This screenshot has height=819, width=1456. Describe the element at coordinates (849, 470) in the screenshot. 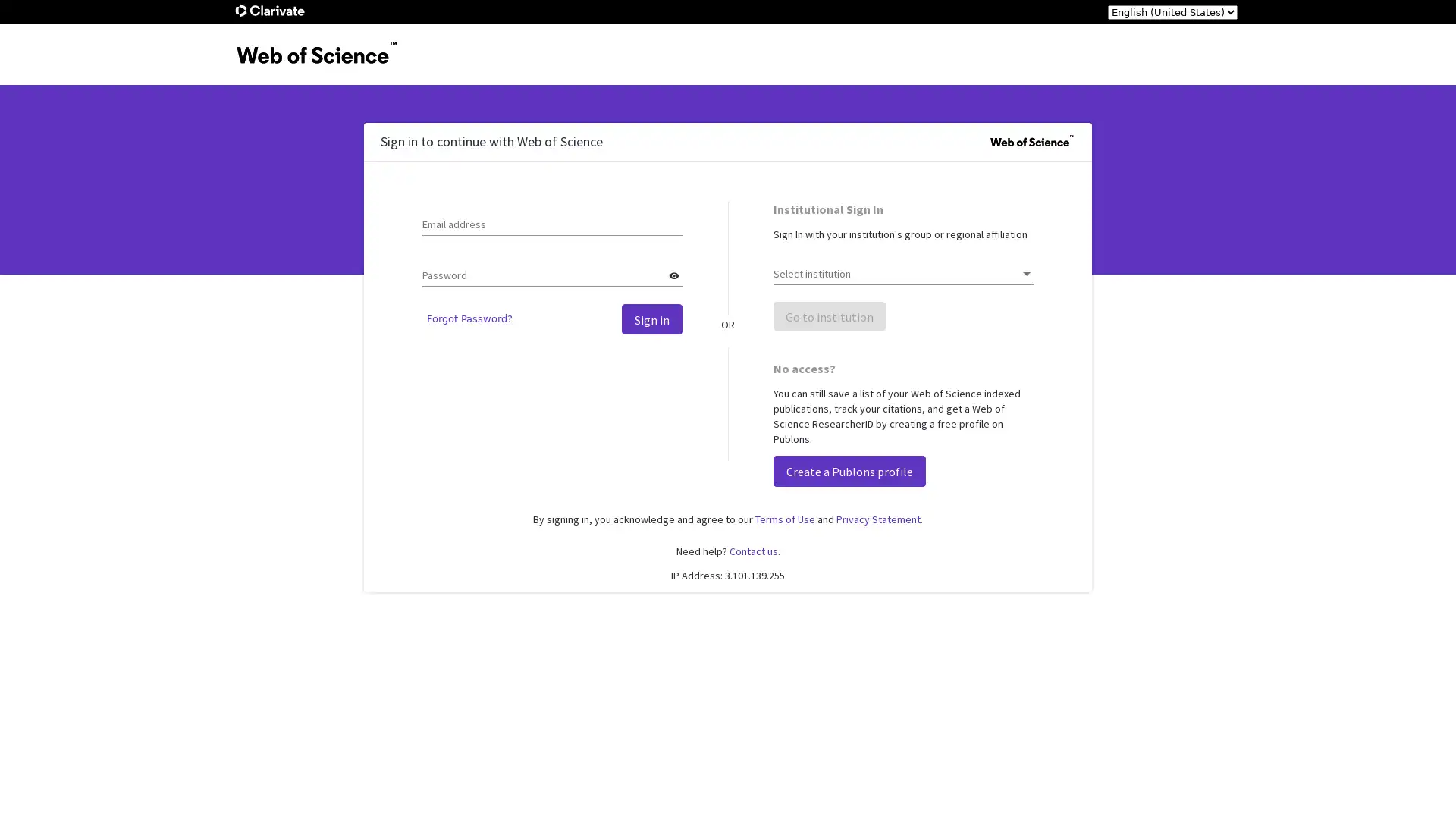

I see `Create a Publons profile` at that location.